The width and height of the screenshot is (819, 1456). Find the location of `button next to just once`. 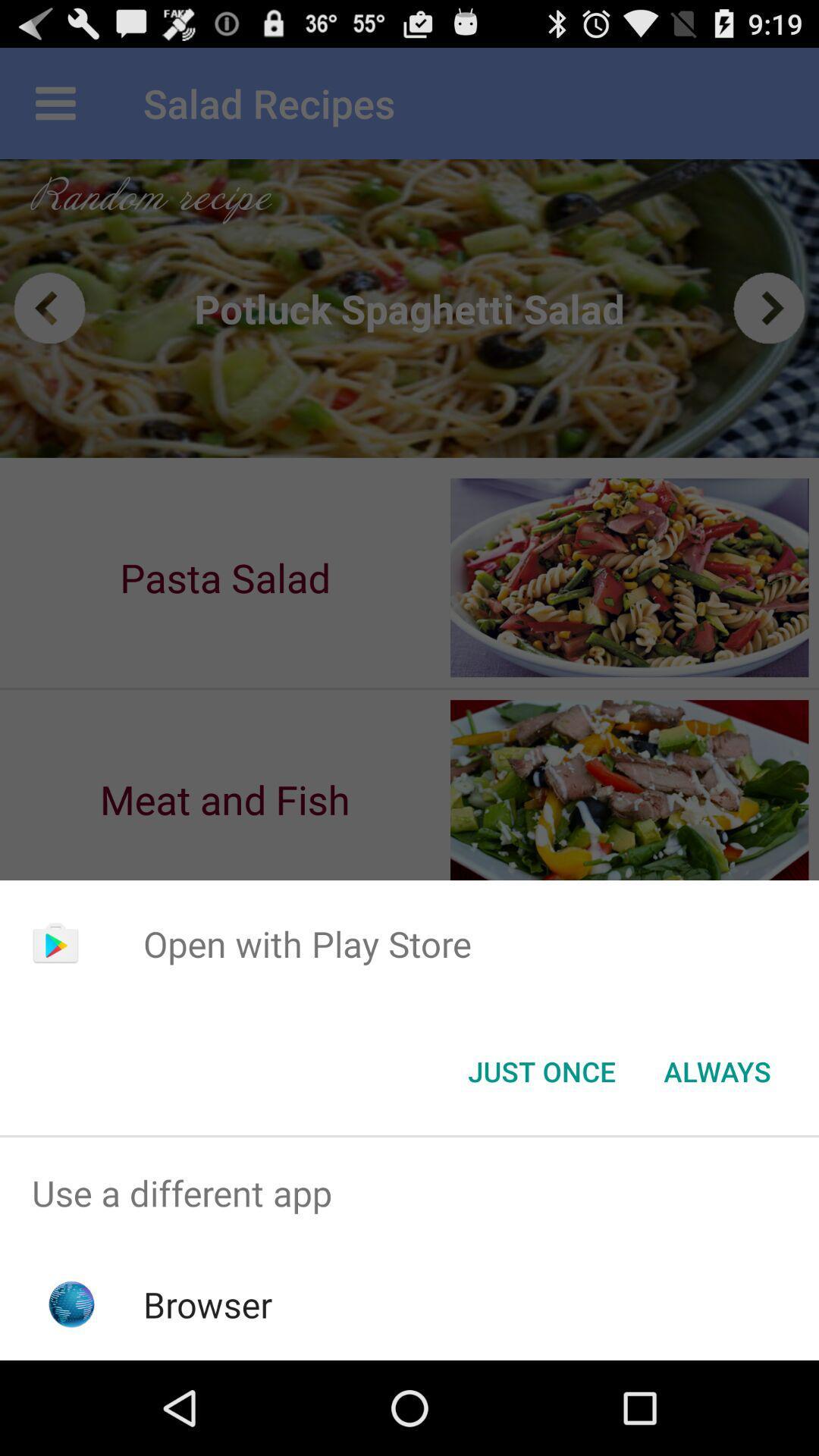

button next to just once is located at coordinates (717, 1070).